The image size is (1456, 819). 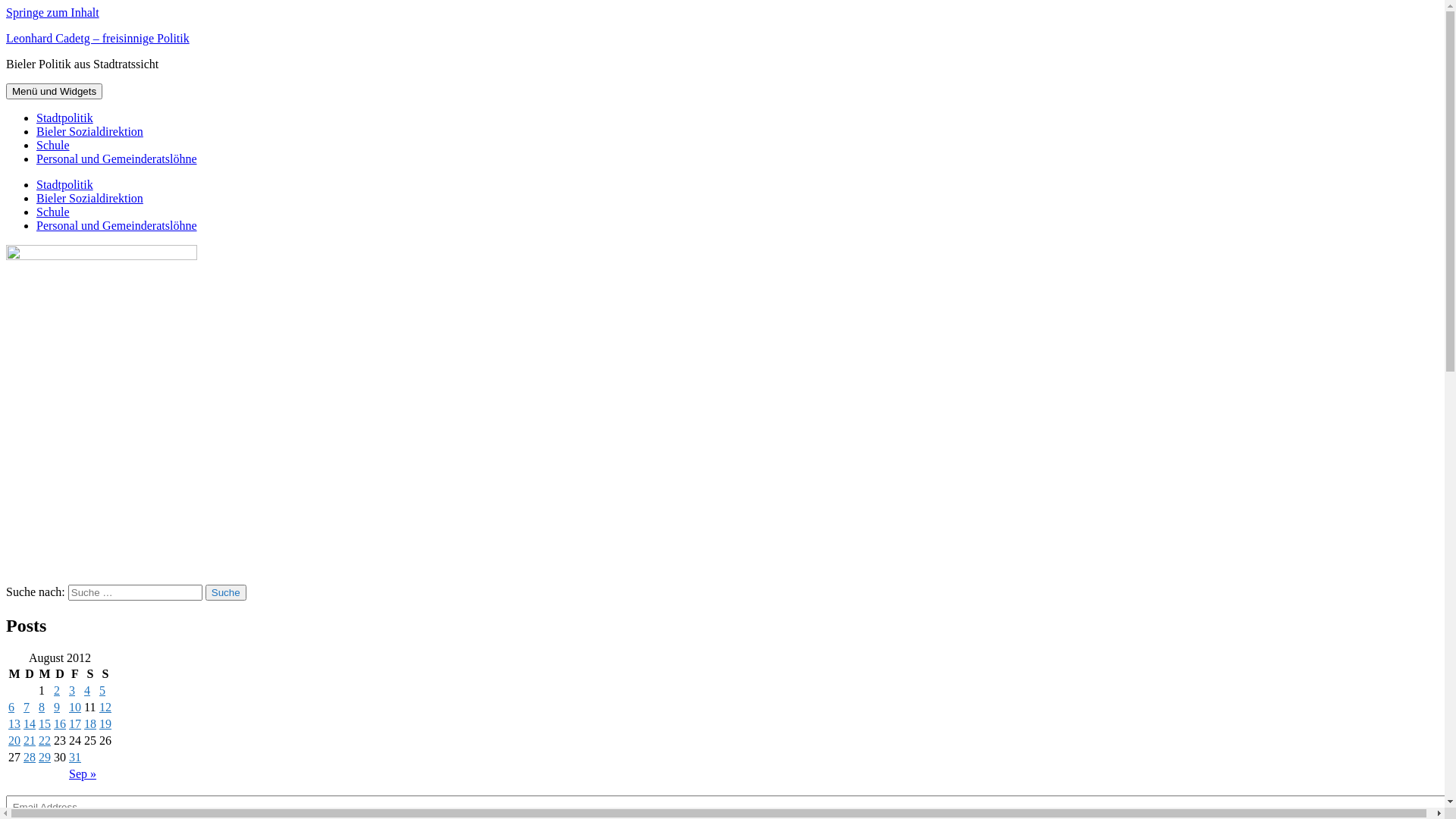 What do you see at coordinates (36, 197) in the screenshot?
I see `'Bieler Sozialdirektion'` at bounding box center [36, 197].